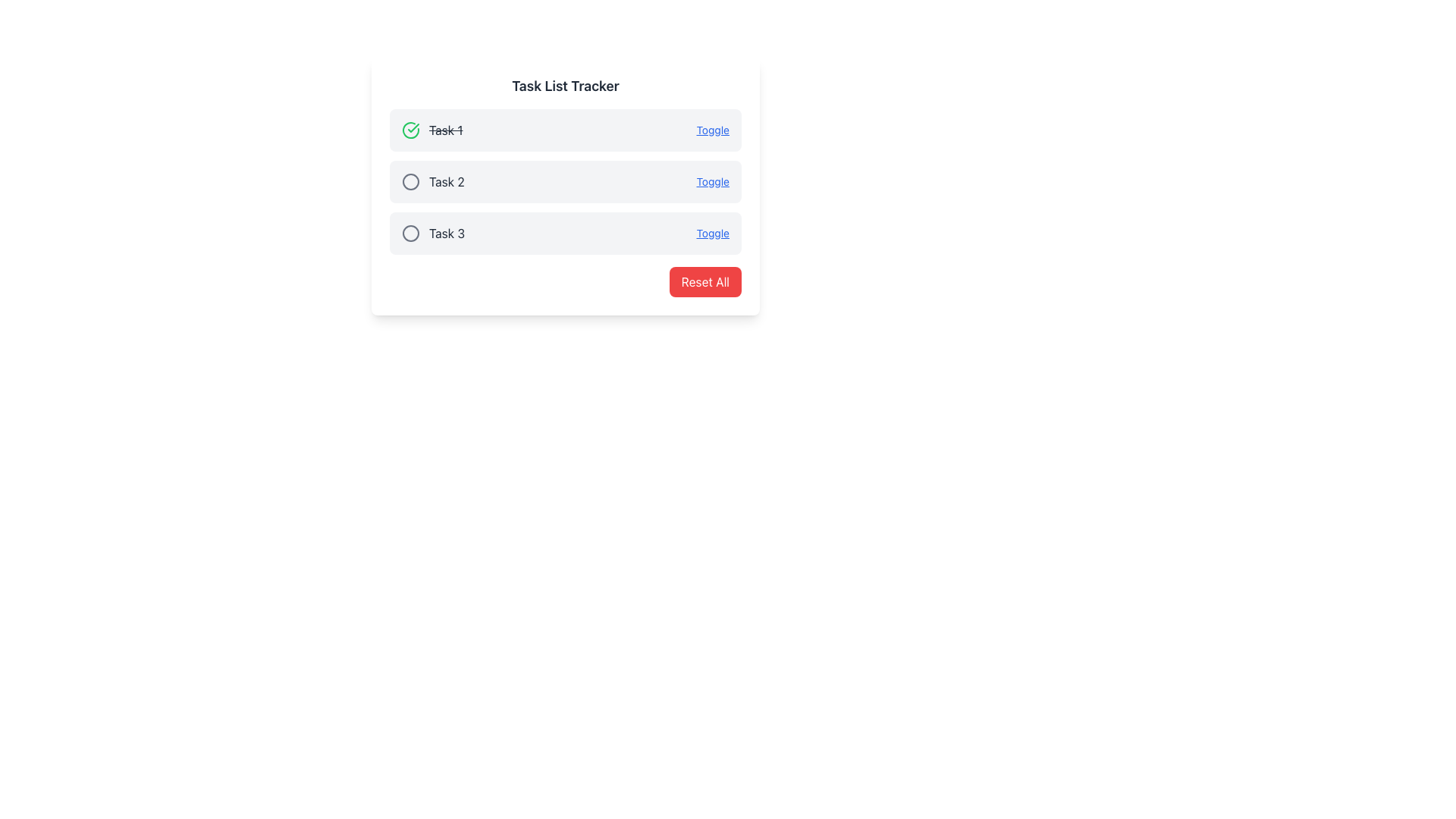 This screenshot has height=819, width=1456. What do you see at coordinates (411, 180) in the screenshot?
I see `the SVG circle element which serves as the completion indicator for 'Task 2' in the task list` at bounding box center [411, 180].